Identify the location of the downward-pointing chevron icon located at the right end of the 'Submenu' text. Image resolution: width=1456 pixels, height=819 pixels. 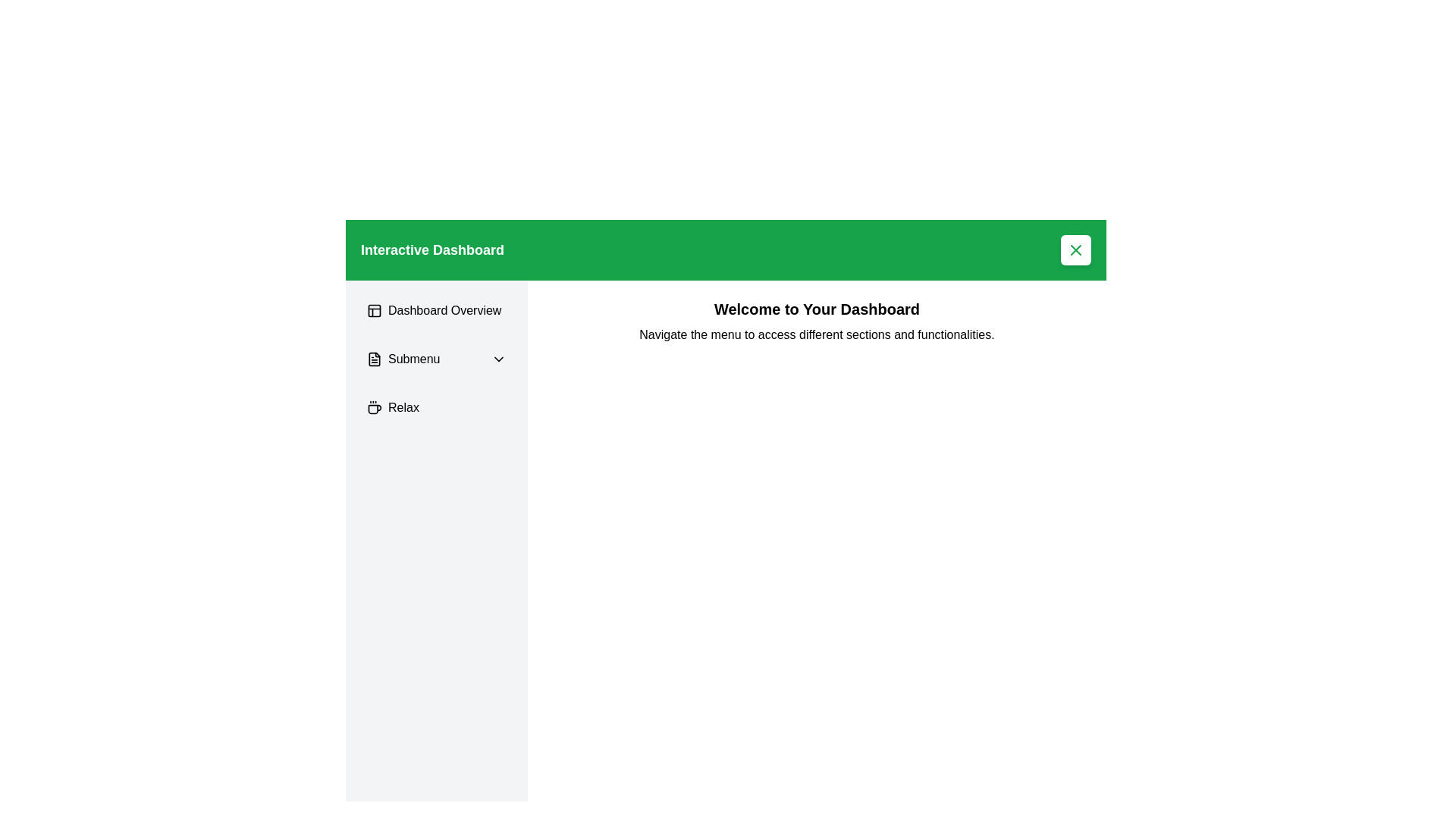
(498, 359).